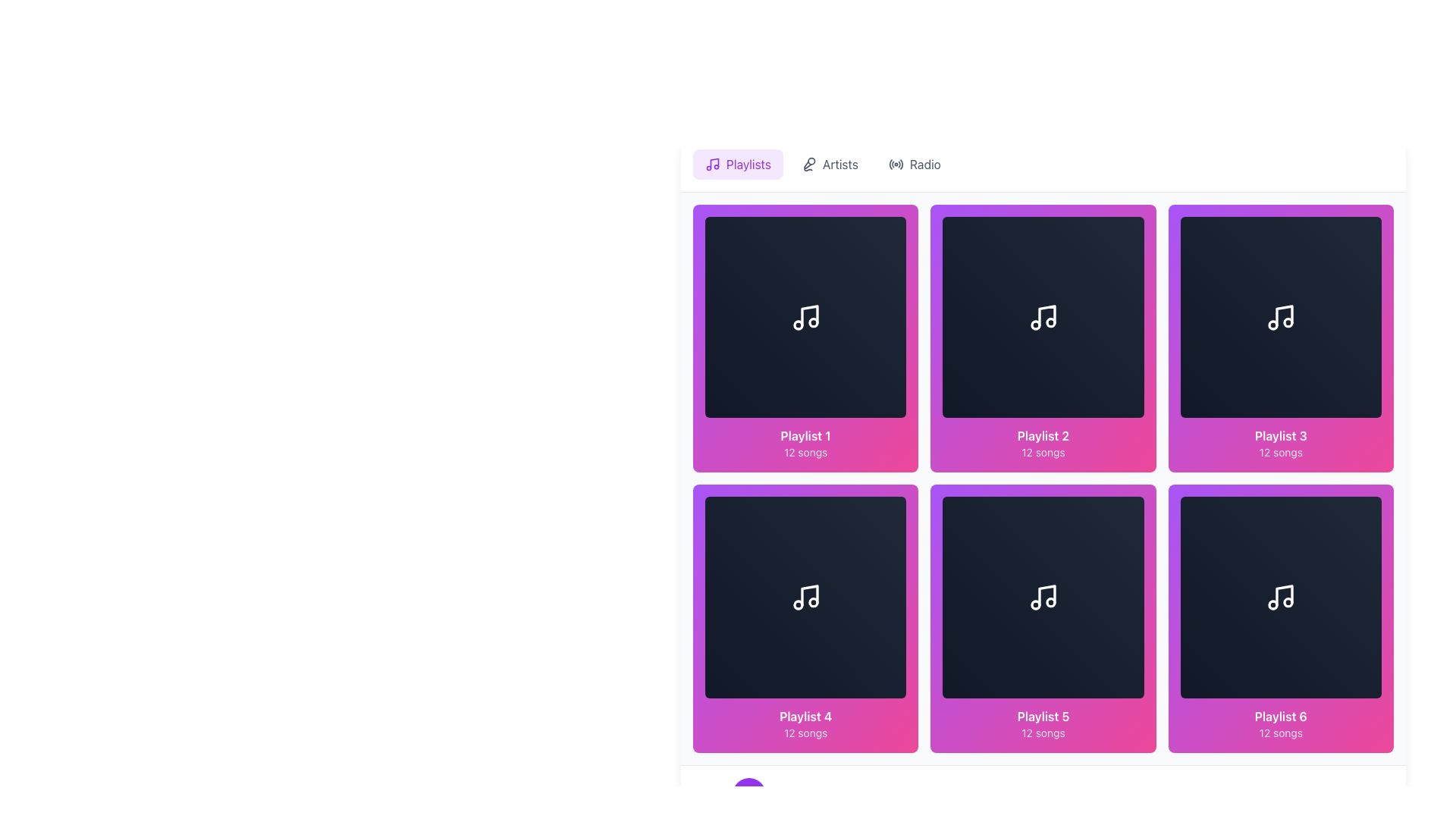 This screenshot has height=819, width=1456. Describe the element at coordinates (1043, 436) in the screenshot. I see `the 'Playlist 2' text label to focus on the playlist it identifies, located in the second tile of a 3x2 grid layout, just below the central icon` at that location.